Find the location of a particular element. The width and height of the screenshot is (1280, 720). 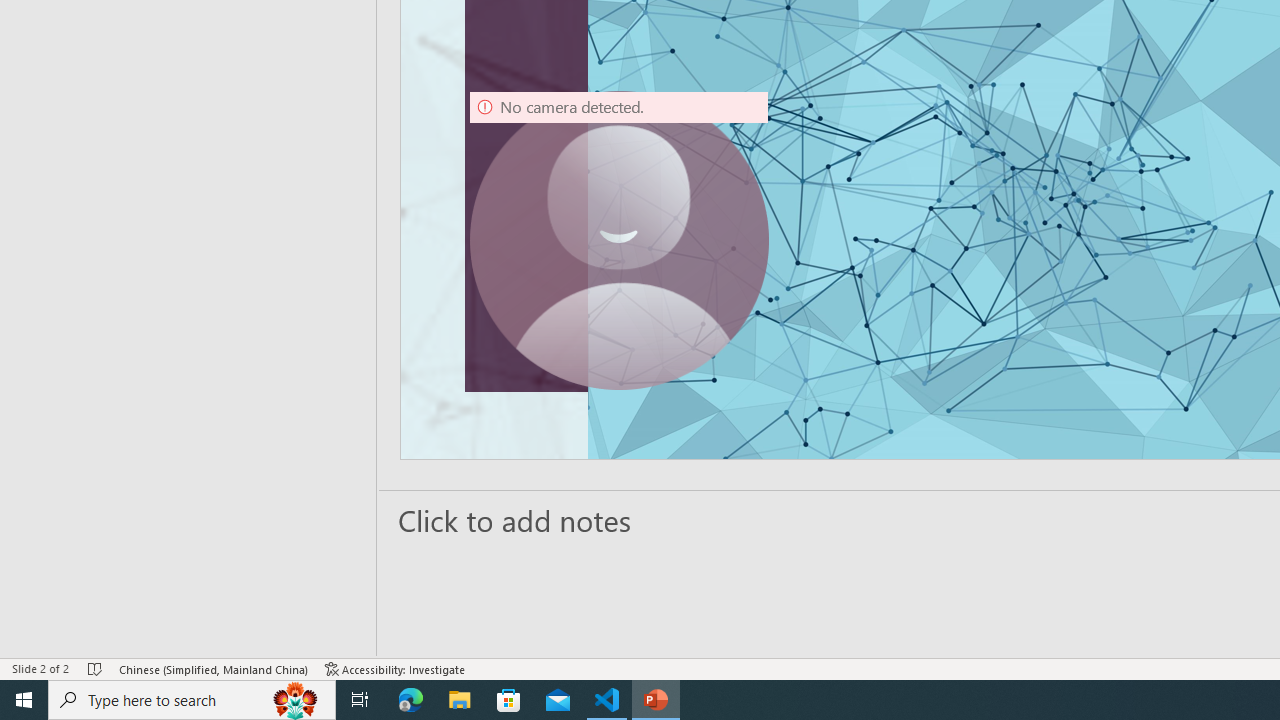

'Camera 9, No camera detected.' is located at coordinates (618, 239).